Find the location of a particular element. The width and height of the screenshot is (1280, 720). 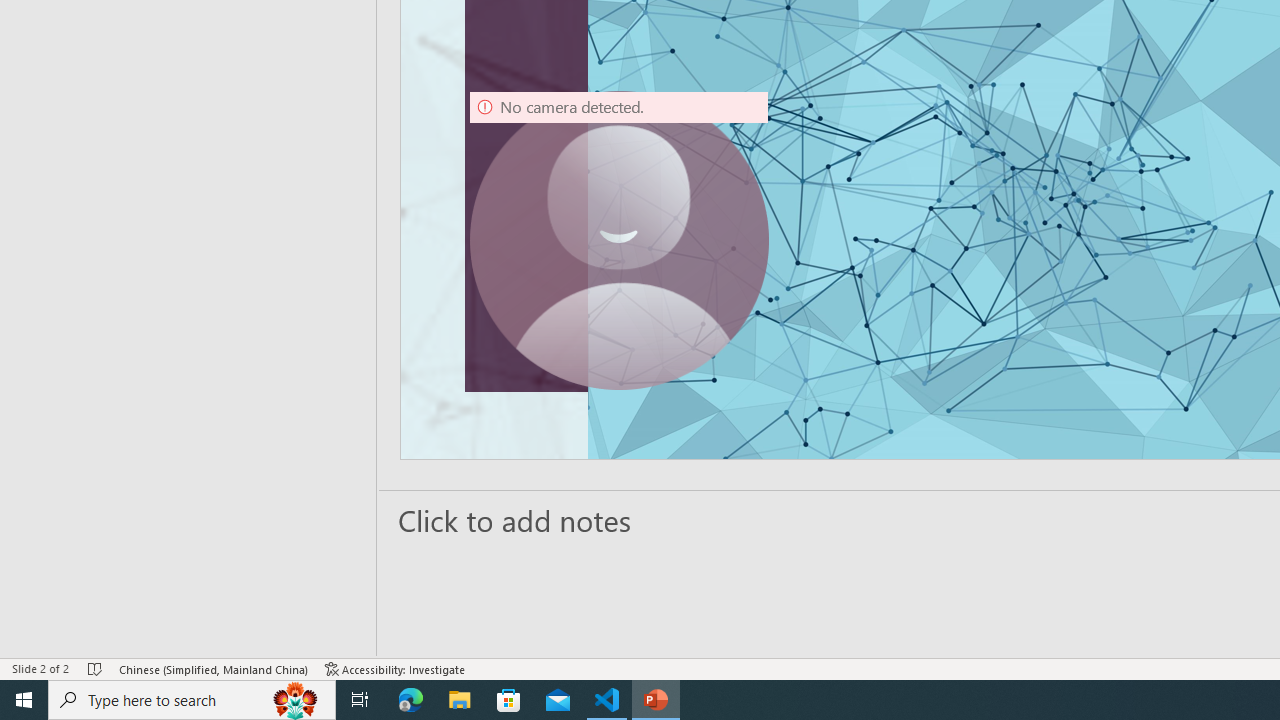

'Camera 9, No camera detected.' is located at coordinates (618, 239).